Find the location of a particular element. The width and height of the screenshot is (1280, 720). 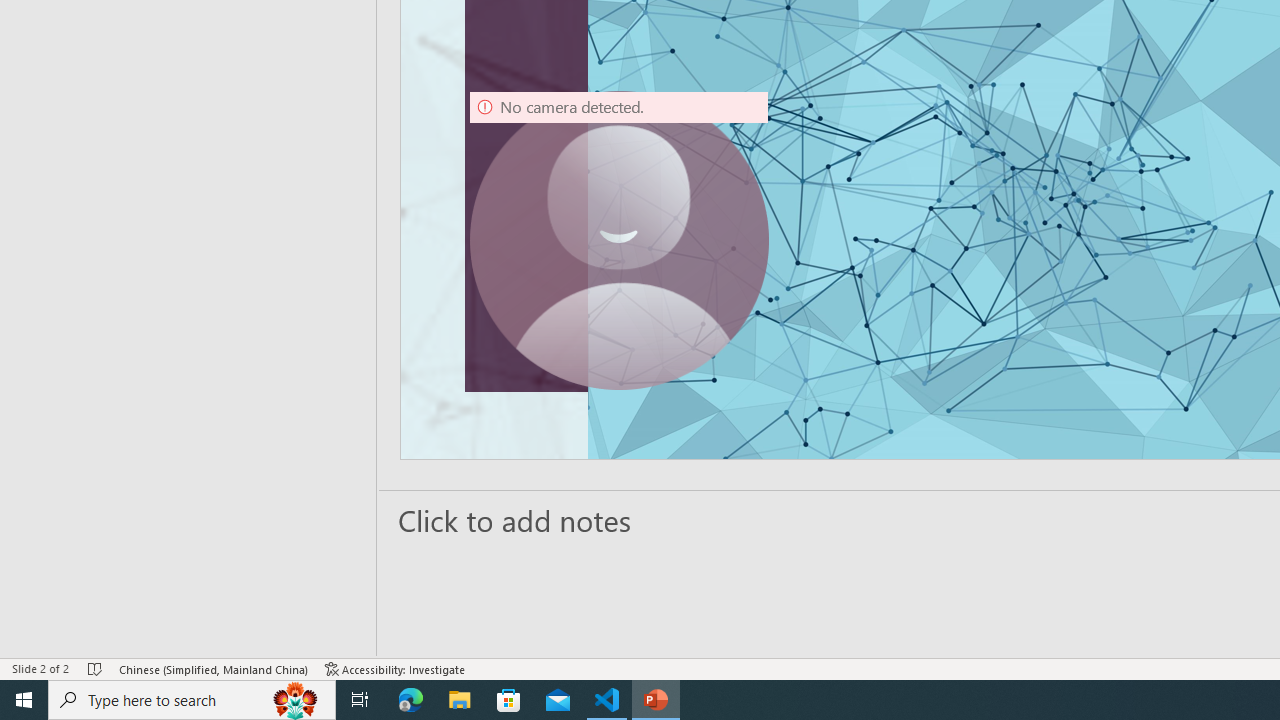

'Camera 9, No camera detected.' is located at coordinates (618, 239).